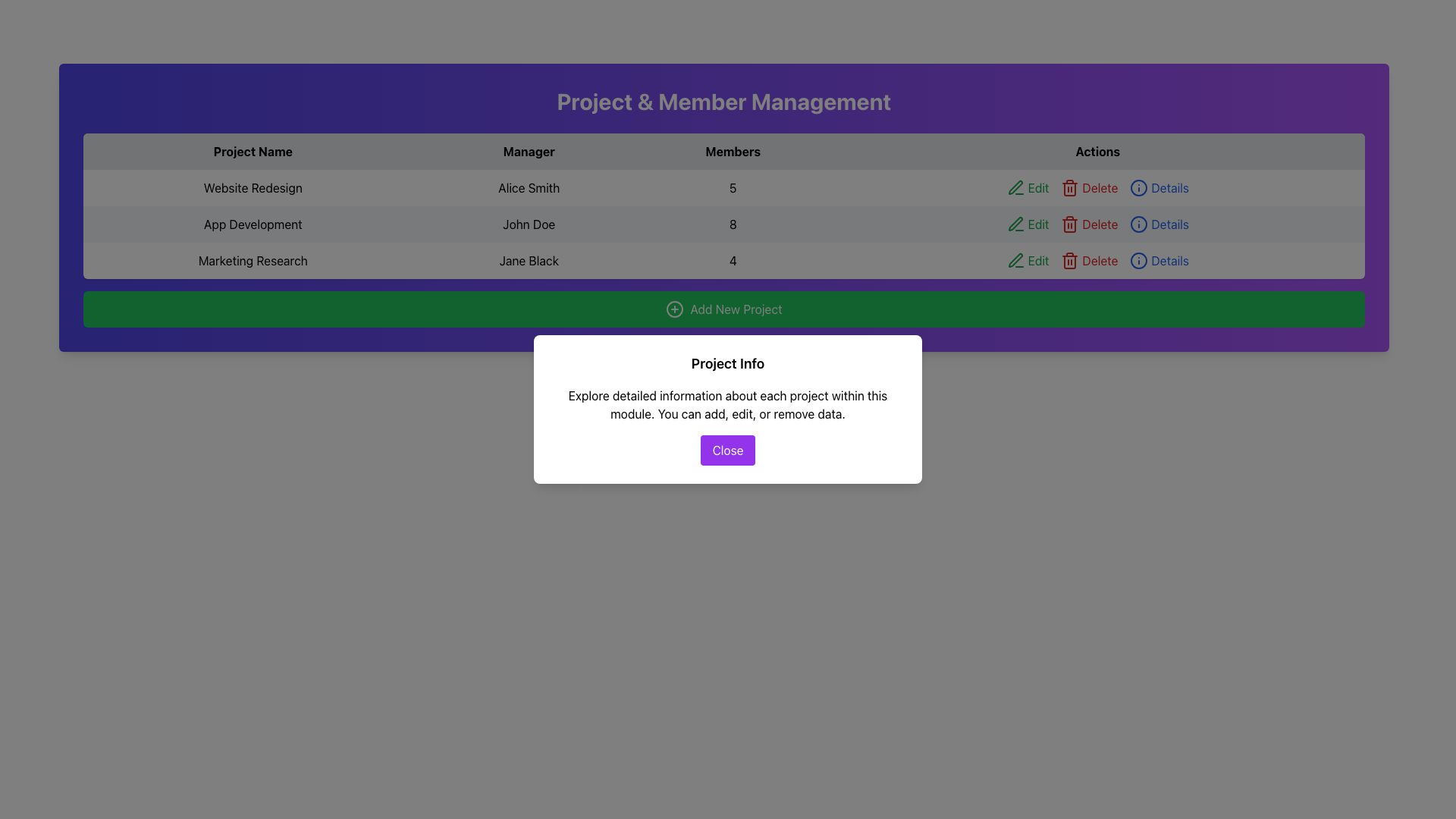  What do you see at coordinates (1139, 224) in the screenshot?
I see `the 'Details' button in the 'Actions' column of the third row of the table, which is indicated by the Icon next to it` at bounding box center [1139, 224].